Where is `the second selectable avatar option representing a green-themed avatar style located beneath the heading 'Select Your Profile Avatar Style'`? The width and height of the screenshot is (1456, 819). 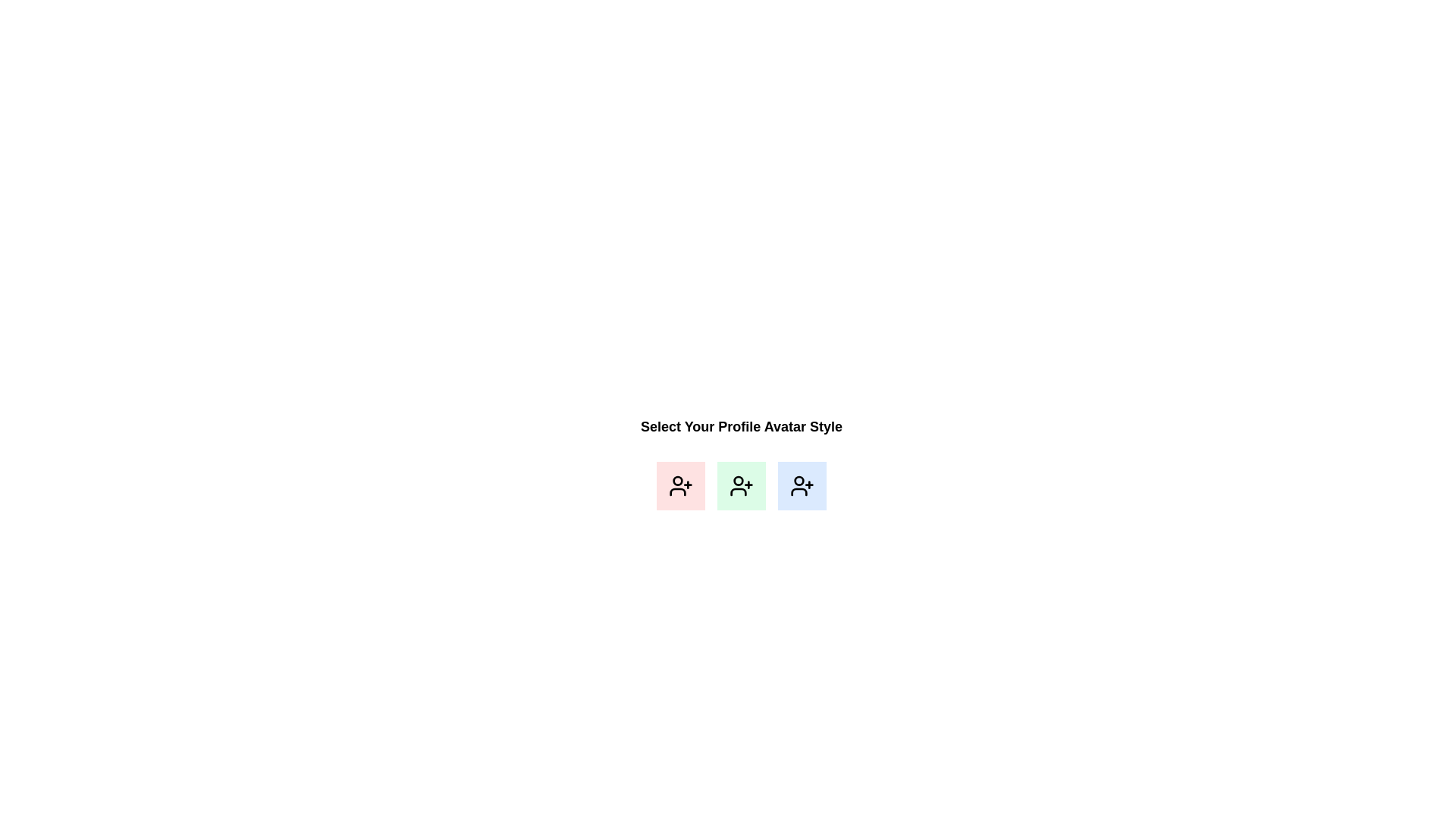
the second selectable avatar option representing a green-themed avatar style located beneath the heading 'Select Your Profile Avatar Style' is located at coordinates (742, 485).